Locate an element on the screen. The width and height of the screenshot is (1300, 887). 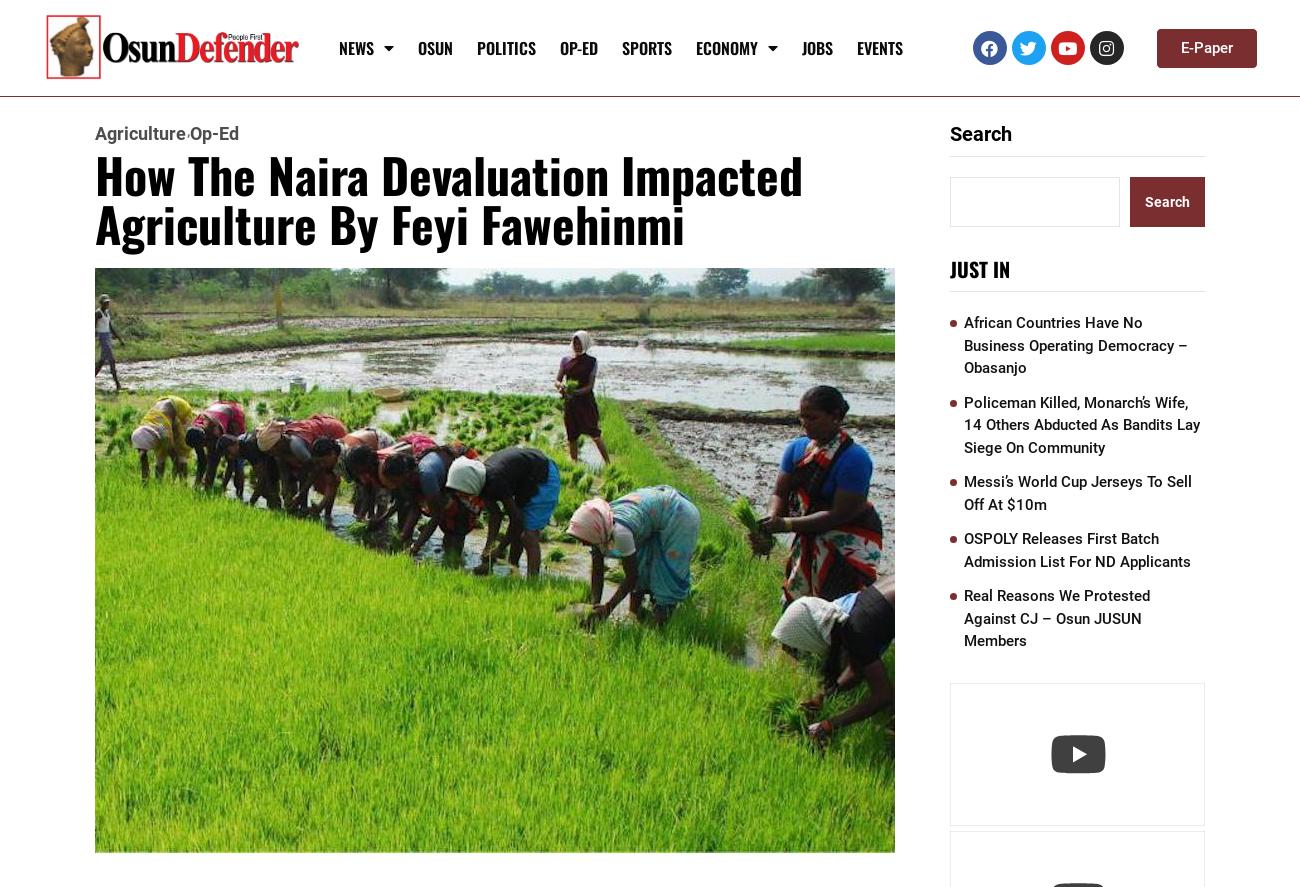
'Messi’s World Cup Jerseys To Sell Off At $10m' is located at coordinates (1077, 491).